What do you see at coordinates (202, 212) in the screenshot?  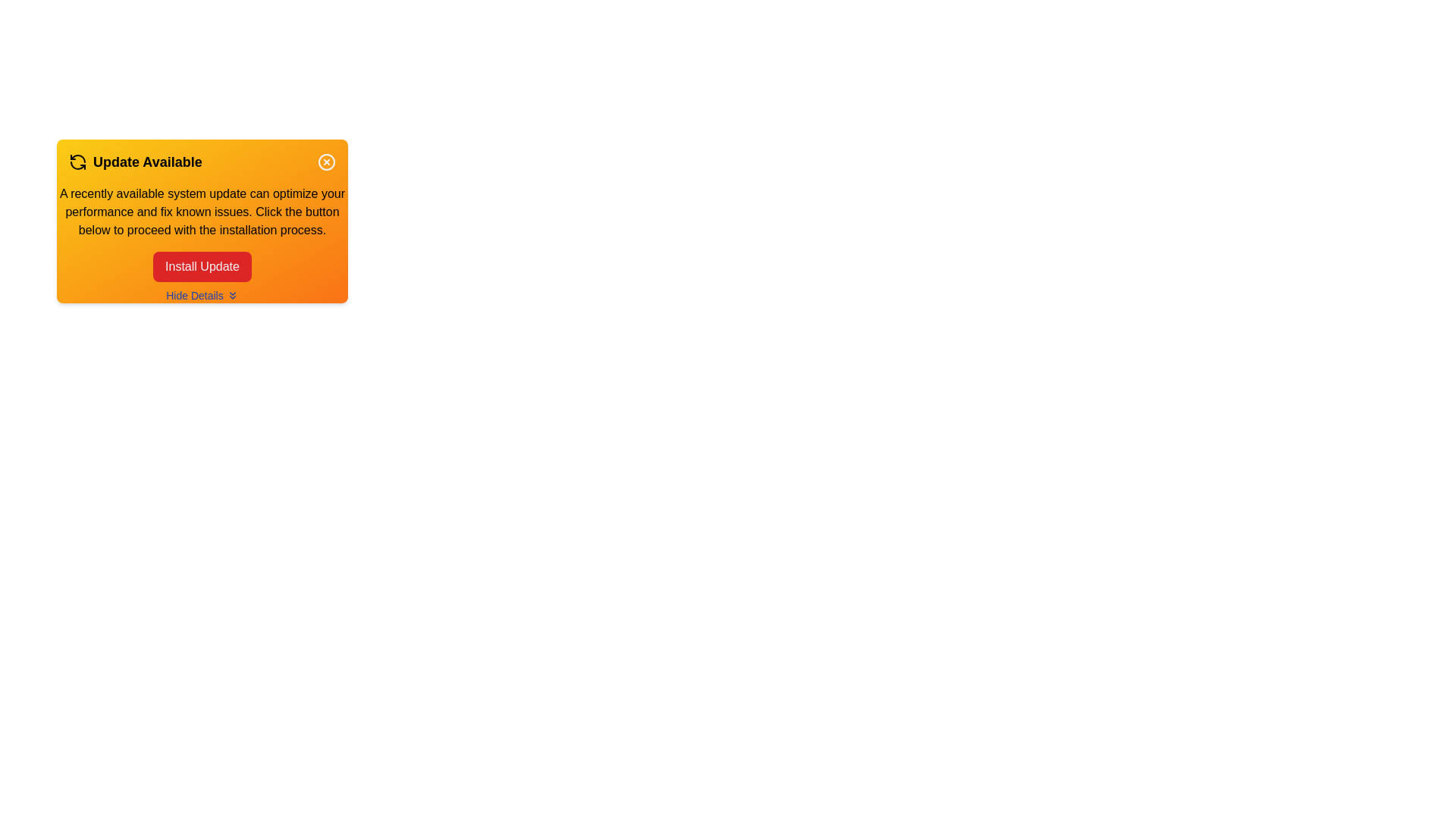 I see `the text content area to read the information displayed` at bounding box center [202, 212].